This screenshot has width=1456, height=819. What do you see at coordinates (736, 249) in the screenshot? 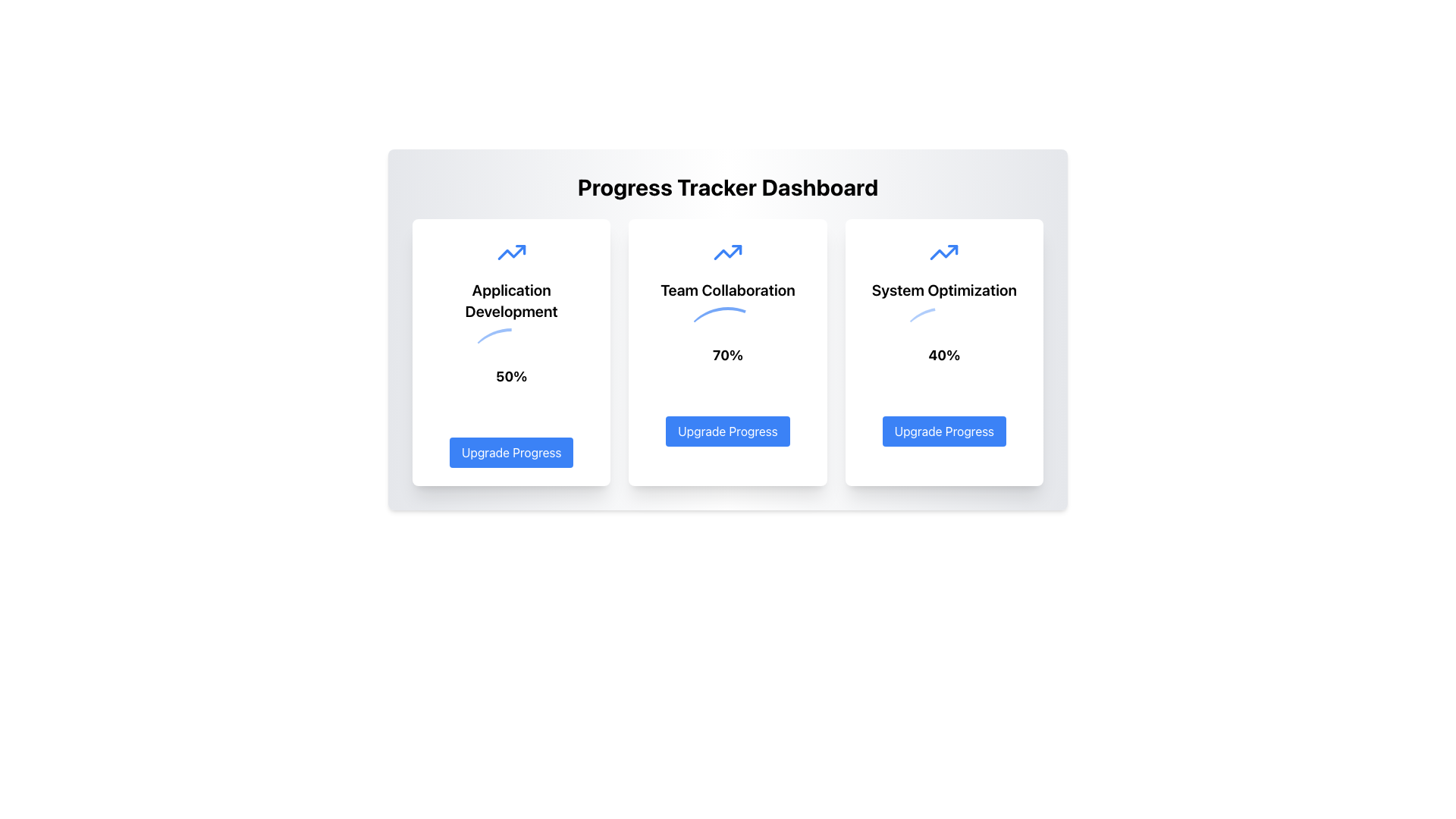
I see `the decorative triangle at the end of the arrow icon on the 'Team Collaboration' card` at bounding box center [736, 249].